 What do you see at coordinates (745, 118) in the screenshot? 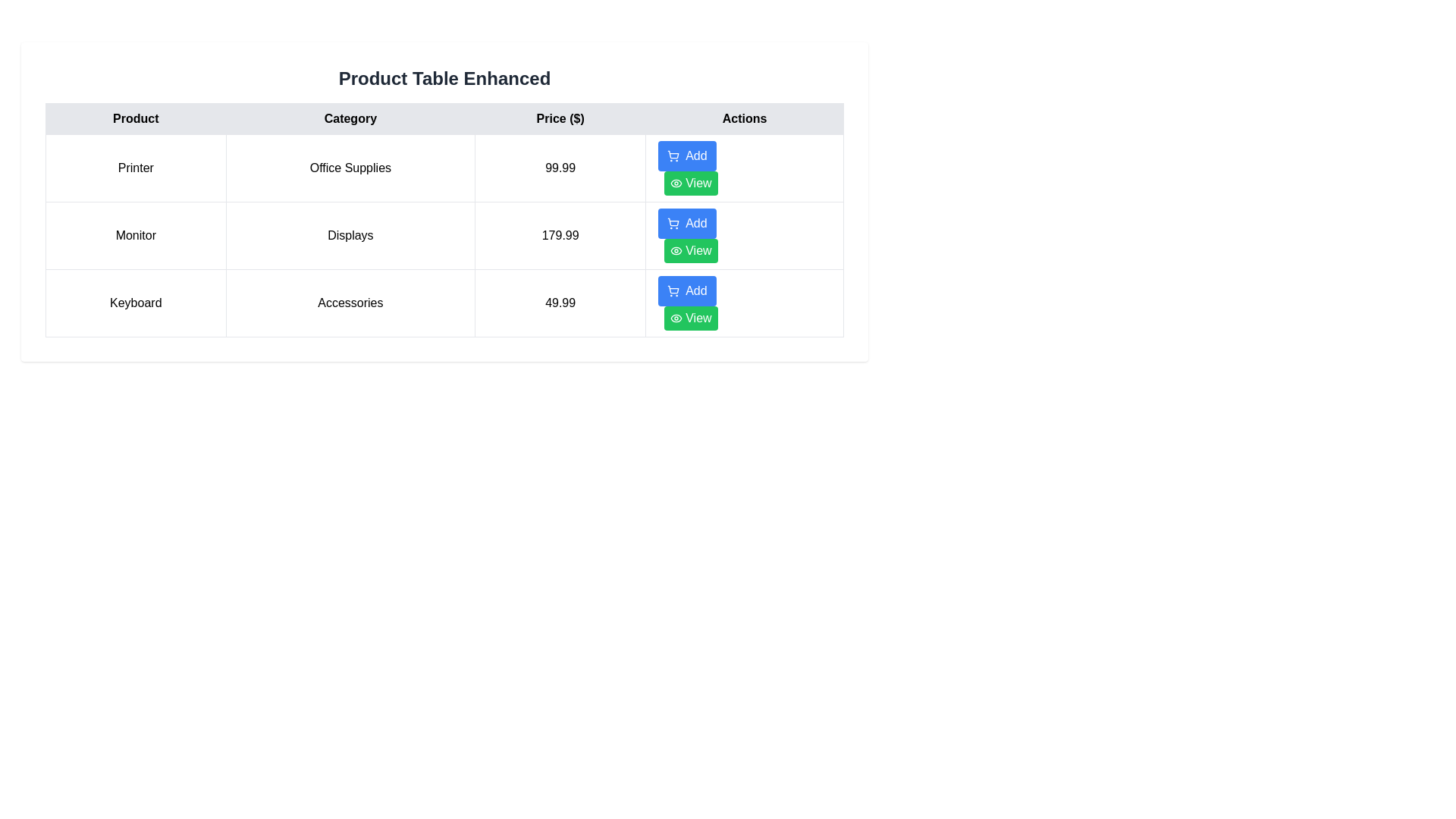
I see `the 'Actions' table header element, which is the fourth column header in a table, displaying the text in bold and centered within a light gray background` at bounding box center [745, 118].